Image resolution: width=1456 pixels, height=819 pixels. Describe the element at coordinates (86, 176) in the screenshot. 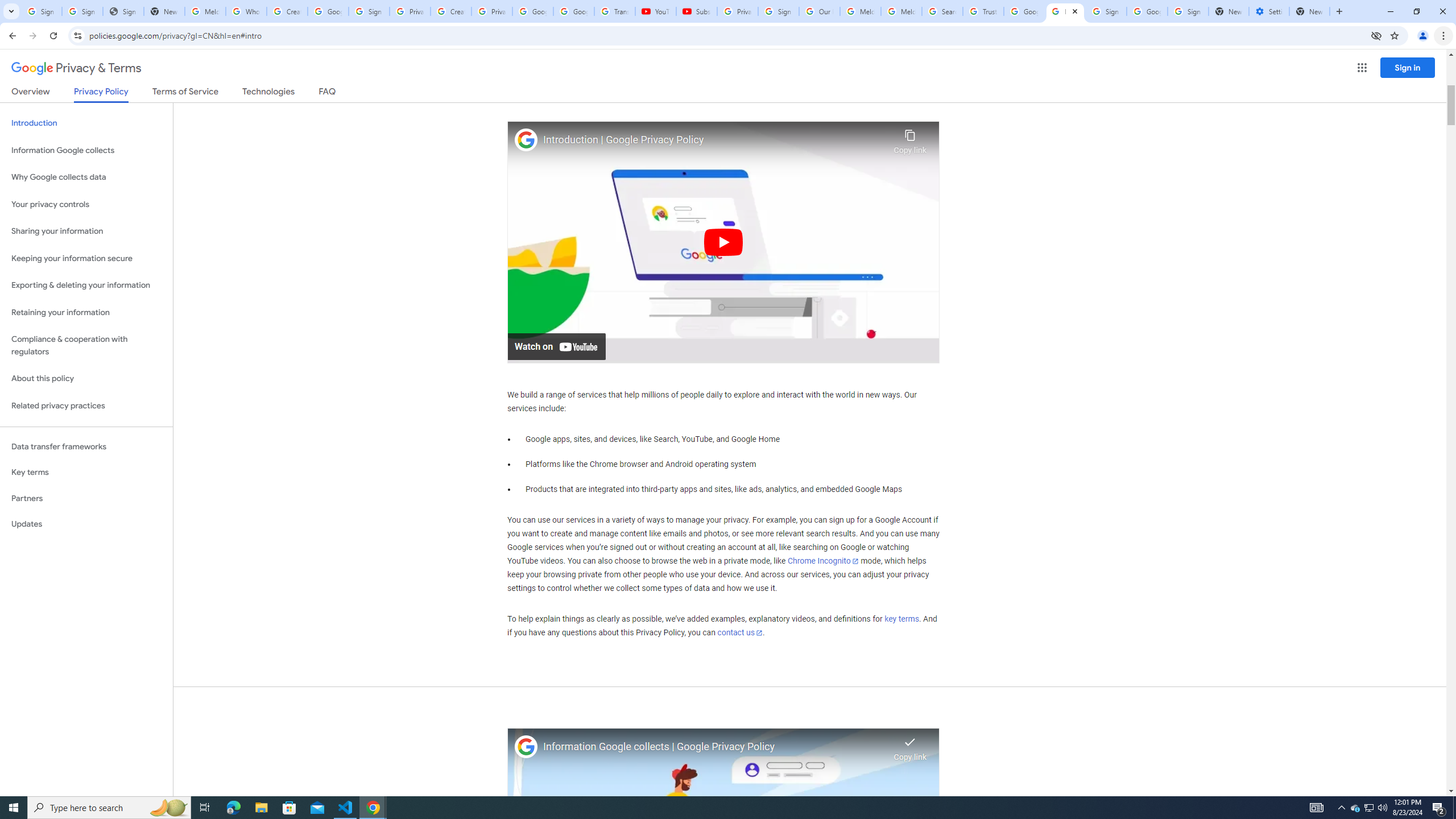

I see `'Why Google collects data'` at that location.